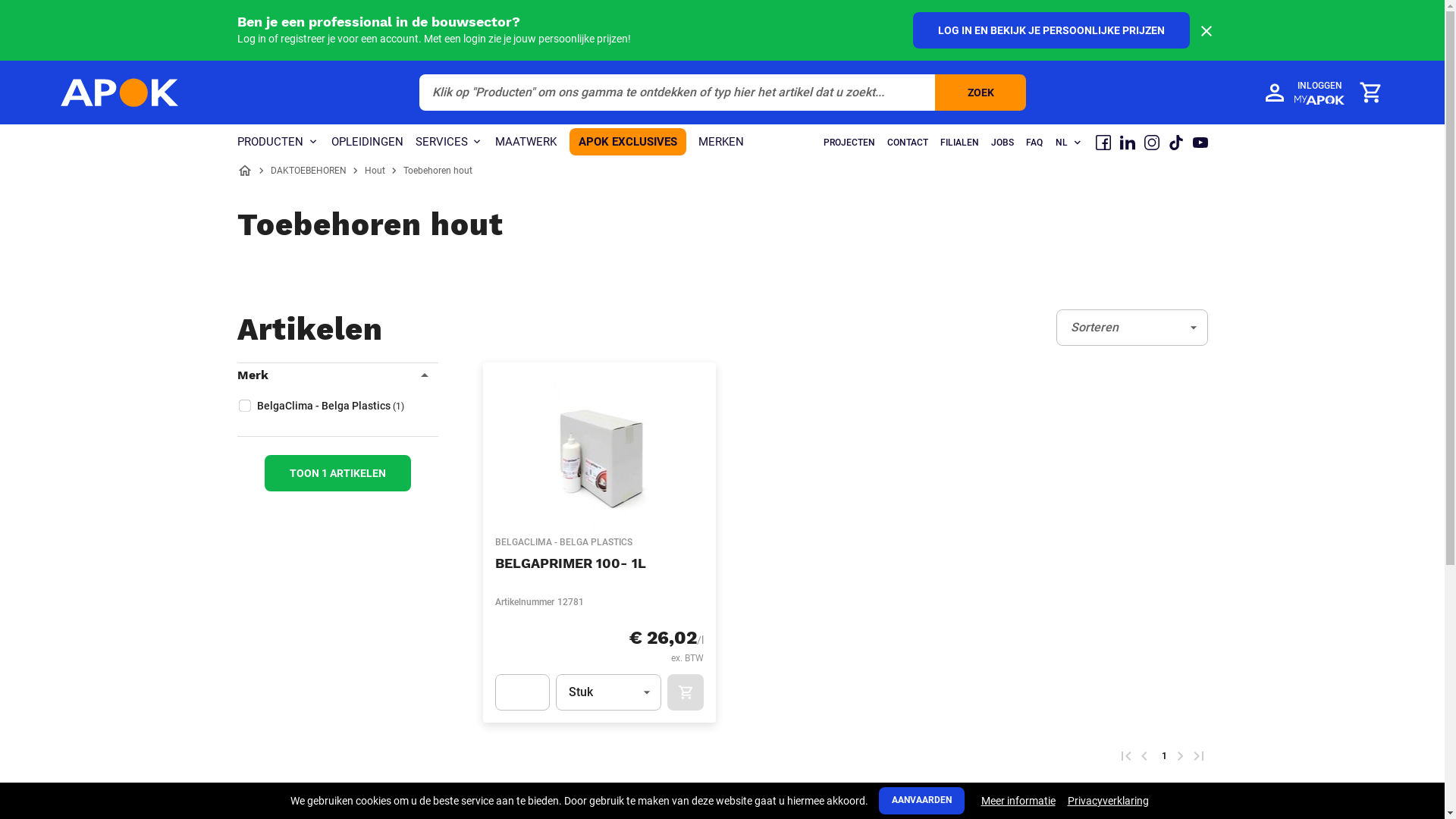 The height and width of the screenshot is (819, 1456). Describe the element at coordinates (907, 143) in the screenshot. I see `'CONTACT'` at that location.